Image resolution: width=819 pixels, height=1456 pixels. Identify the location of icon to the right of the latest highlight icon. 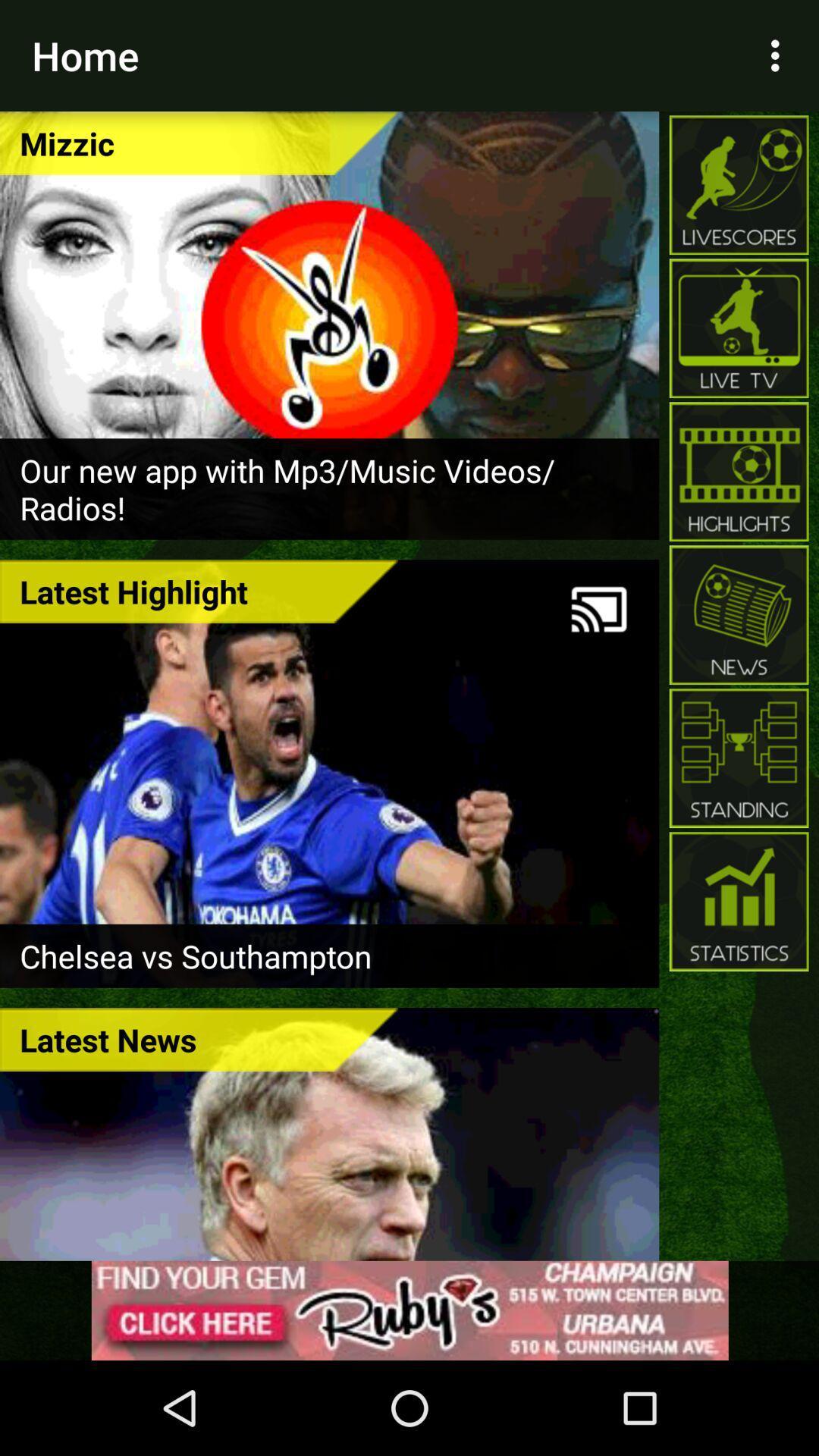
(598, 609).